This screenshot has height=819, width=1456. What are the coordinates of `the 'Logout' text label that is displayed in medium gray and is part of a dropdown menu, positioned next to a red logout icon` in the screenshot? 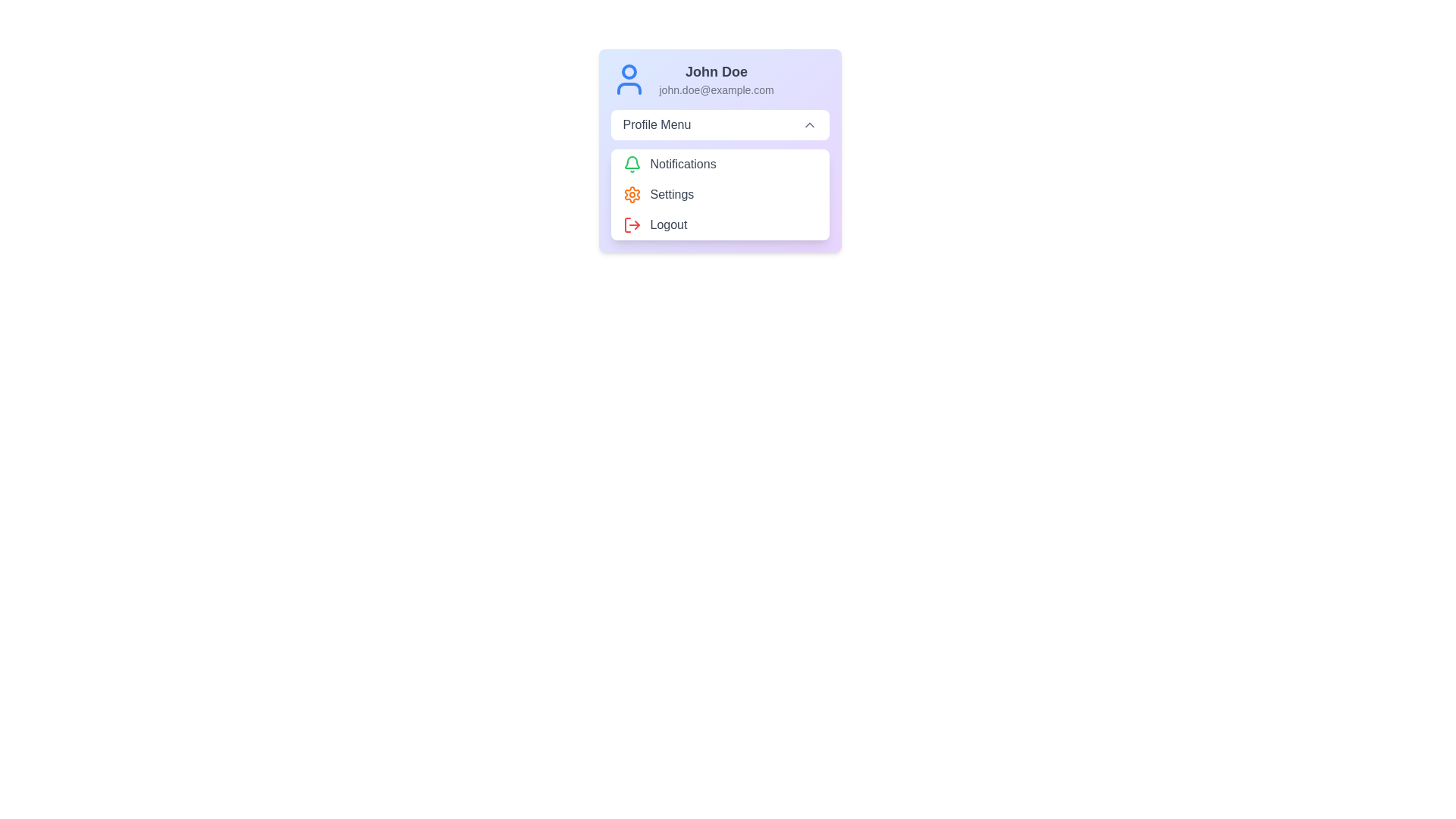 It's located at (668, 225).